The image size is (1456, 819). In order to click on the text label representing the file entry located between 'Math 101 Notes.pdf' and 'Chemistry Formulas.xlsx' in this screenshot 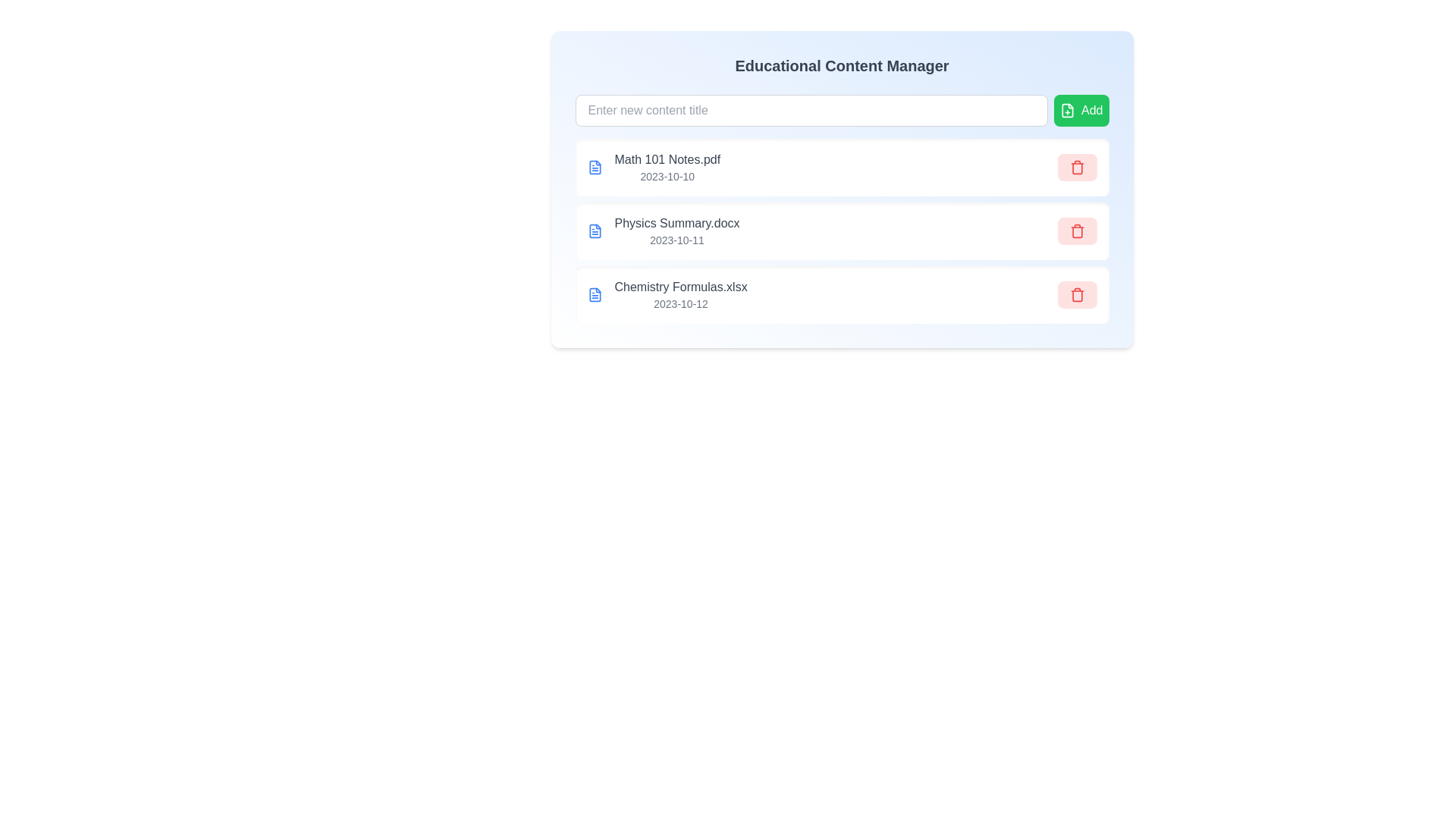, I will do `click(676, 231)`.